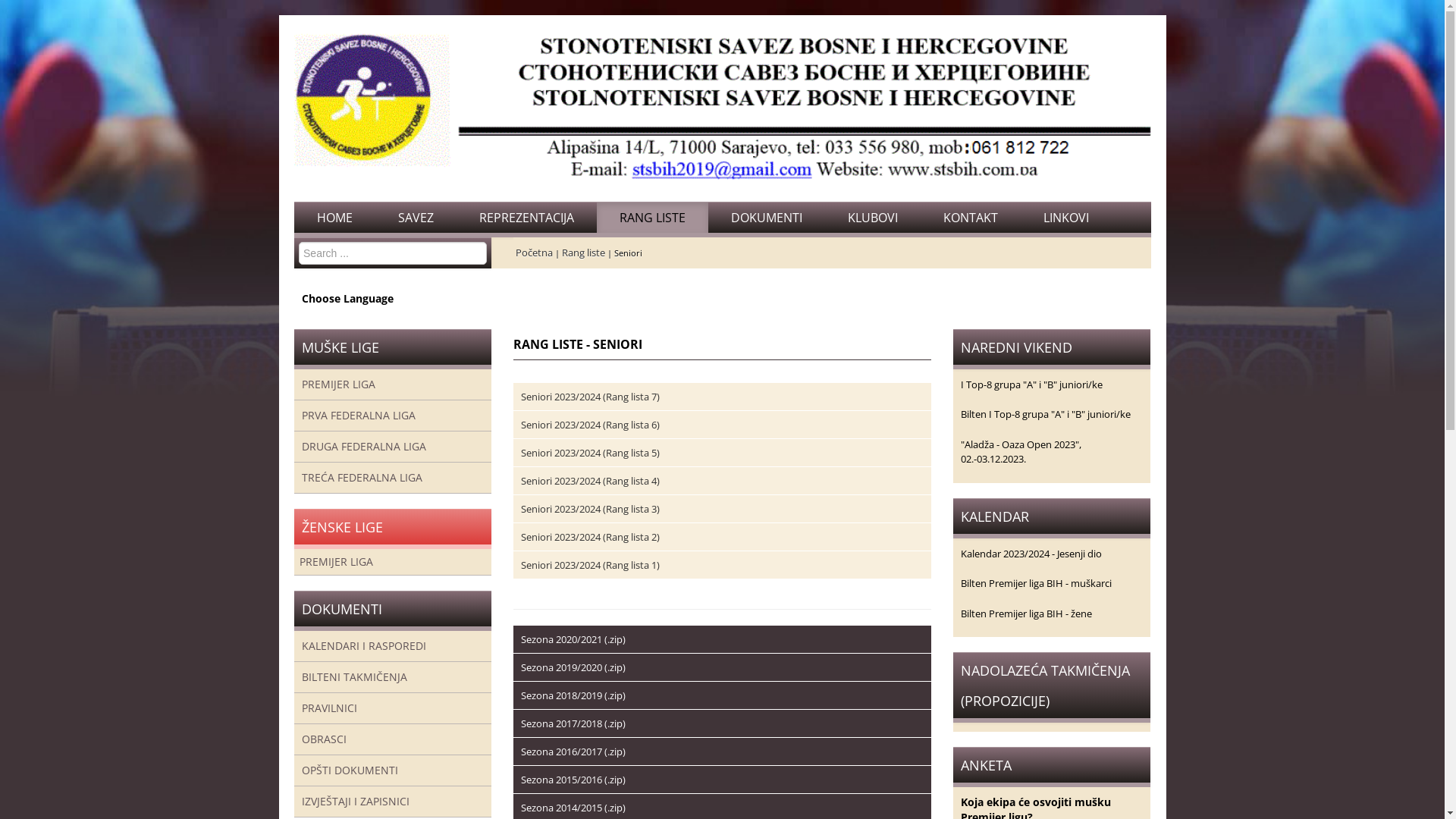 The width and height of the screenshot is (1456, 819). I want to click on 'REPREZENTACIJA', so click(455, 217).